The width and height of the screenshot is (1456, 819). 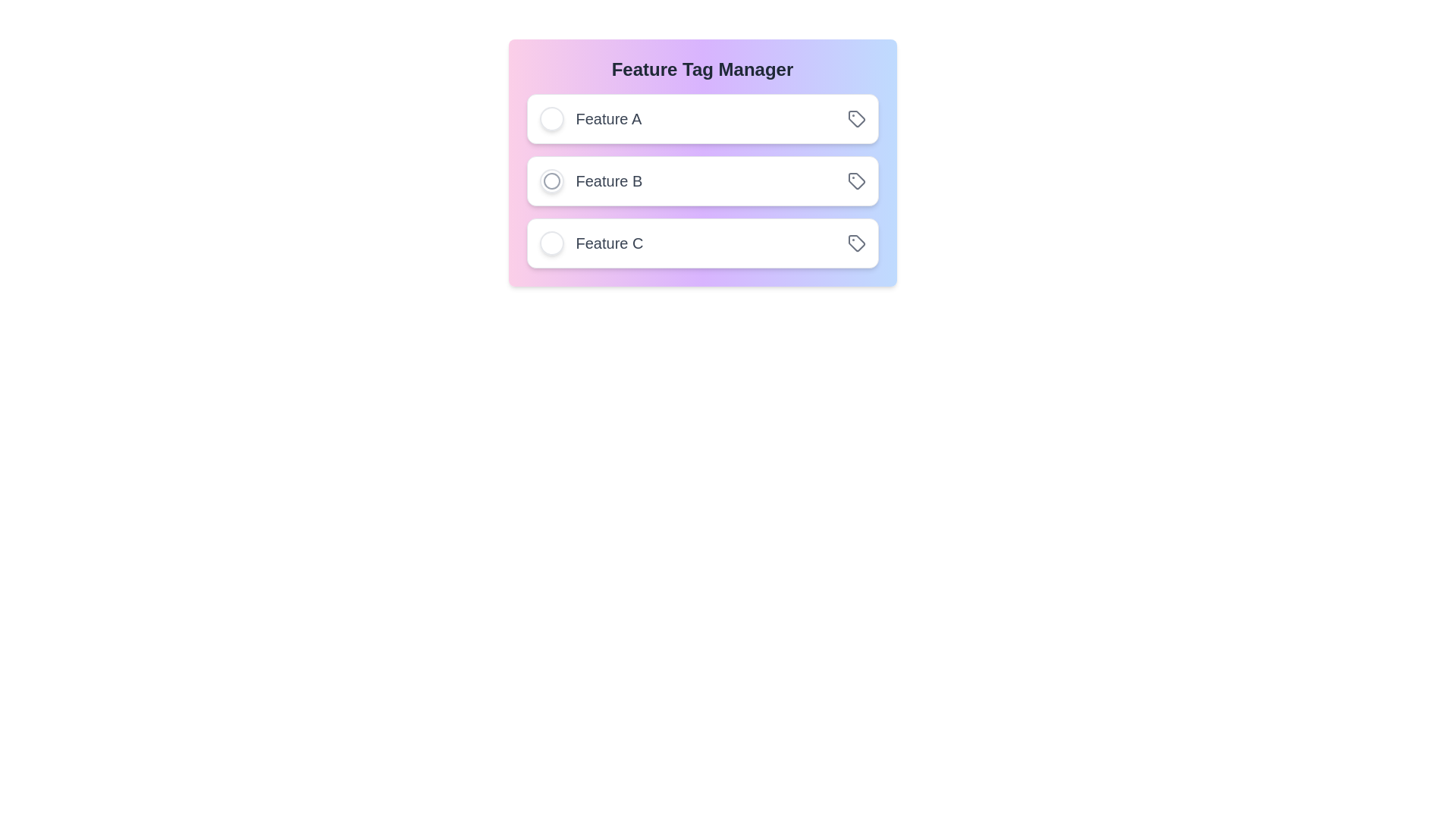 What do you see at coordinates (551, 180) in the screenshot?
I see `circular outline of the checkbox for 'Feature B' to analyze its styling properties` at bounding box center [551, 180].